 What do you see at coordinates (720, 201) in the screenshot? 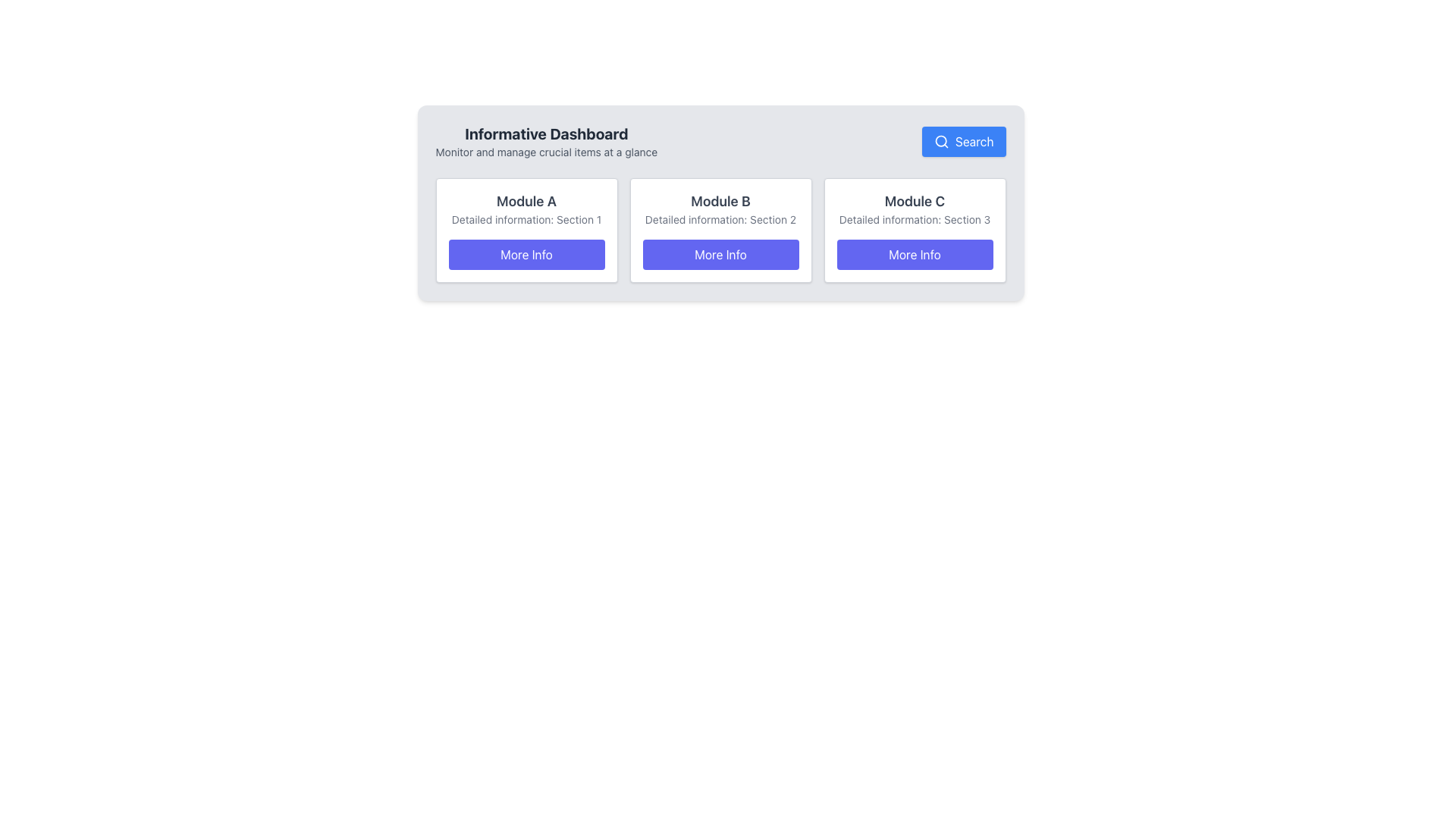
I see `the text label that serves as a title or label for the module within the grouped section` at bounding box center [720, 201].